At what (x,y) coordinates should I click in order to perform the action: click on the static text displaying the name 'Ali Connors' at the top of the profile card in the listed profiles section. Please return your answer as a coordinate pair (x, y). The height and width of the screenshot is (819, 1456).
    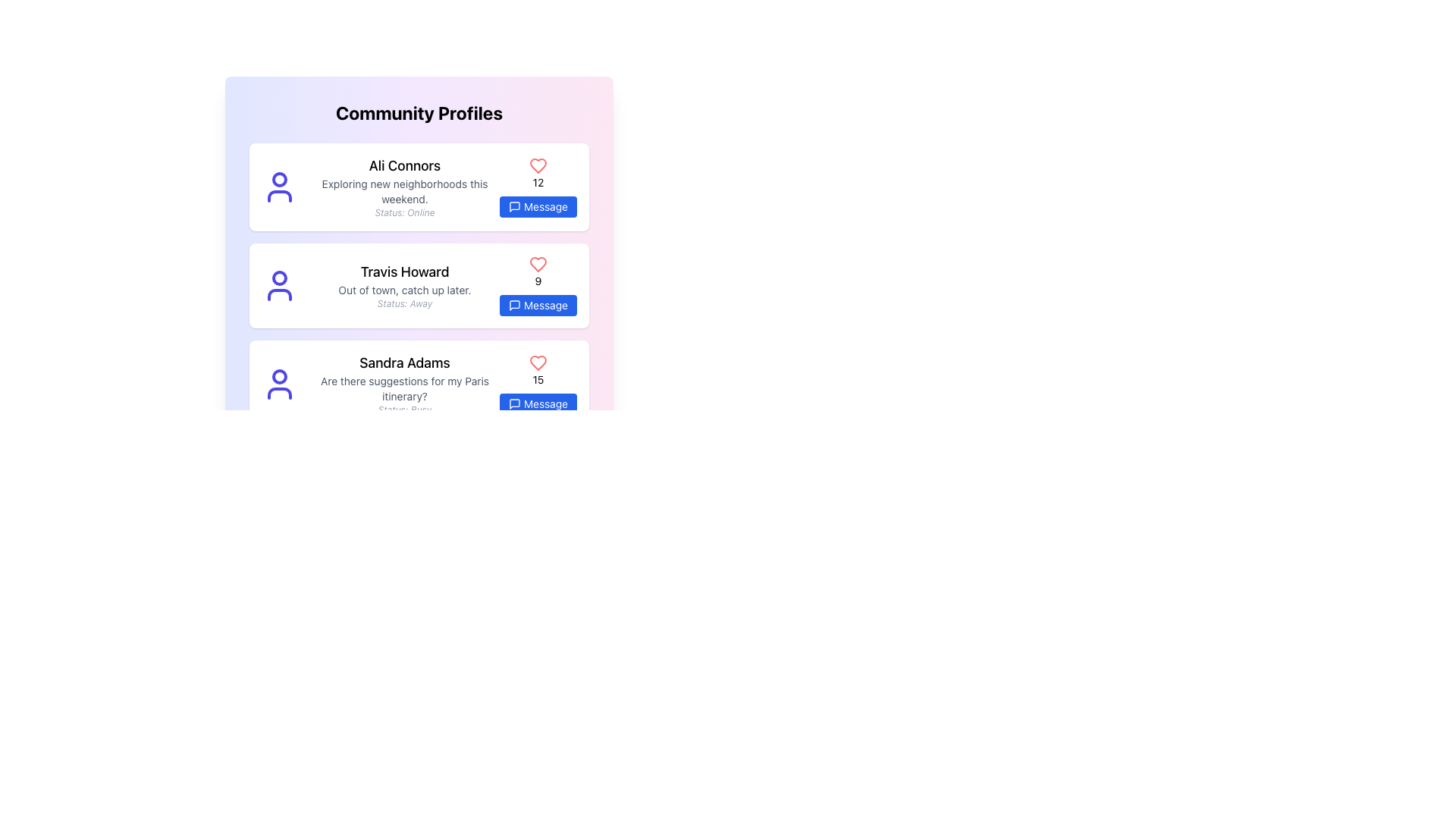
    Looking at the image, I should click on (404, 166).